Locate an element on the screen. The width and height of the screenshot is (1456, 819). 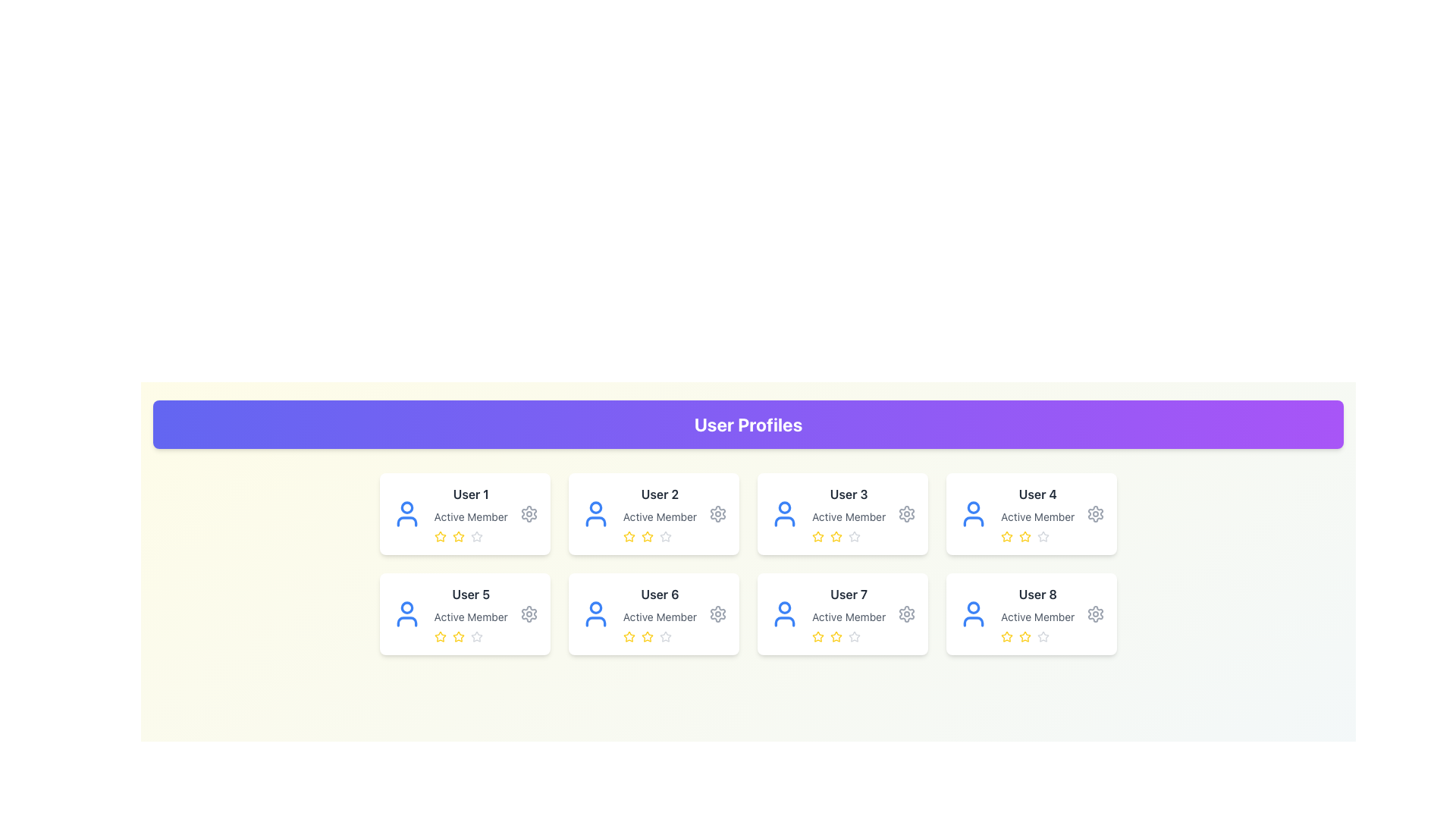
the first star icon in the rating system below the 'Active Member' label on the user profile card labeled 'User 2' is located at coordinates (629, 536).